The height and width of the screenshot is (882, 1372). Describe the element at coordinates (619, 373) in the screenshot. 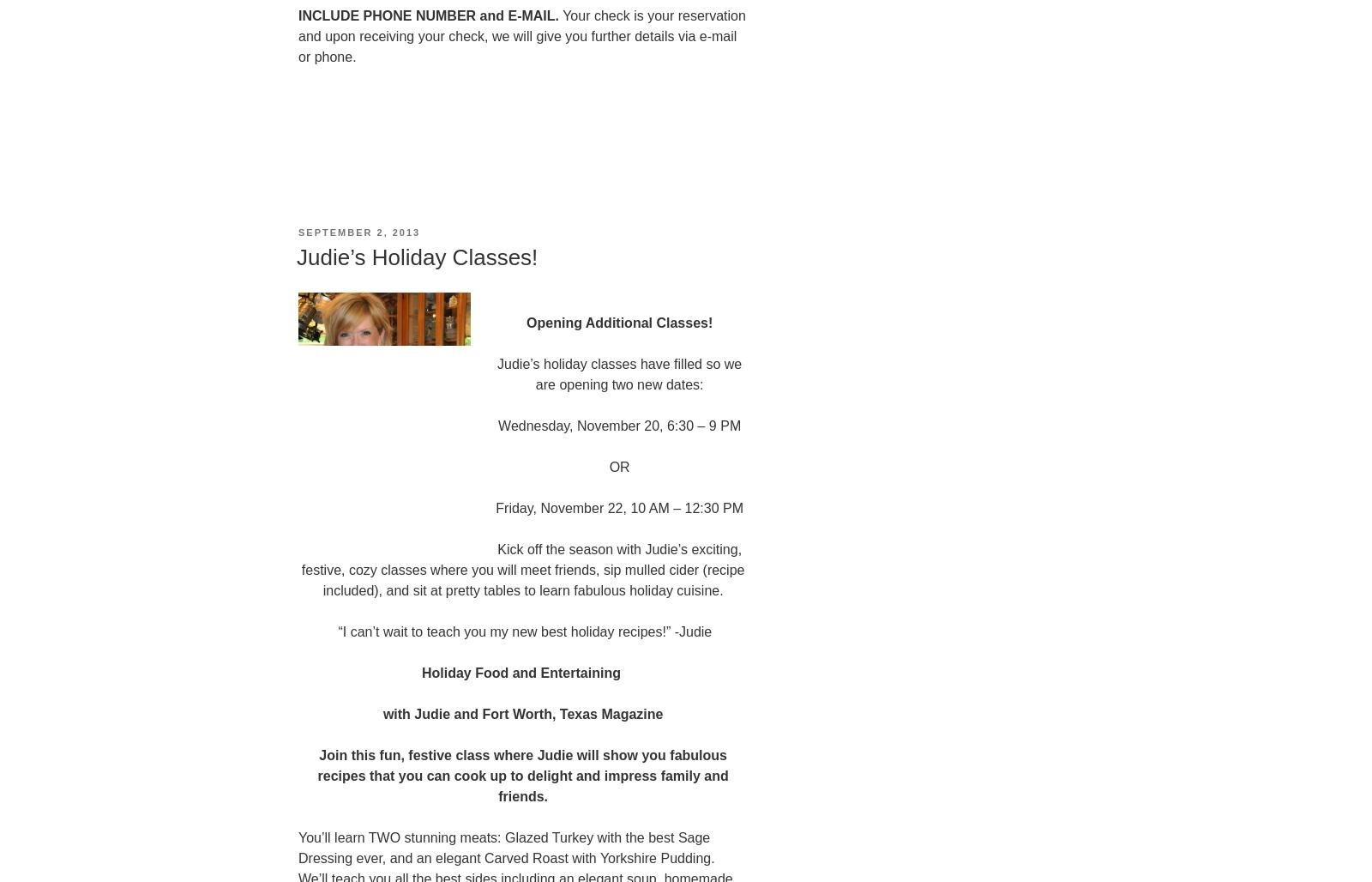

I see `'Judie’s holiday classes have filled so we are opening two new dates:'` at that location.